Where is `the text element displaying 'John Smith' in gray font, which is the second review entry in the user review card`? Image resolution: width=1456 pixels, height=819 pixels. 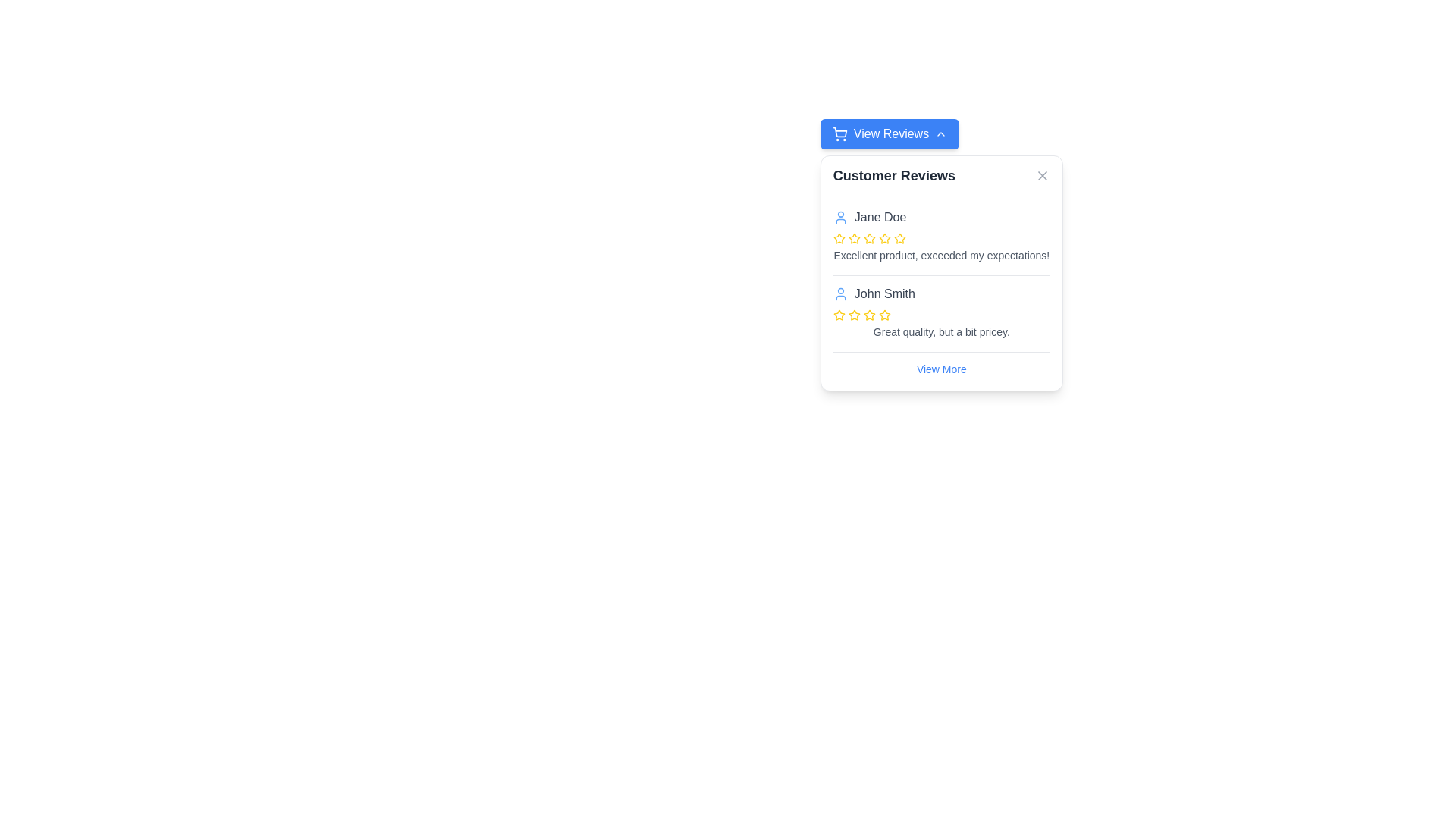 the text element displaying 'John Smith' in gray font, which is the second review entry in the user review card is located at coordinates (884, 294).